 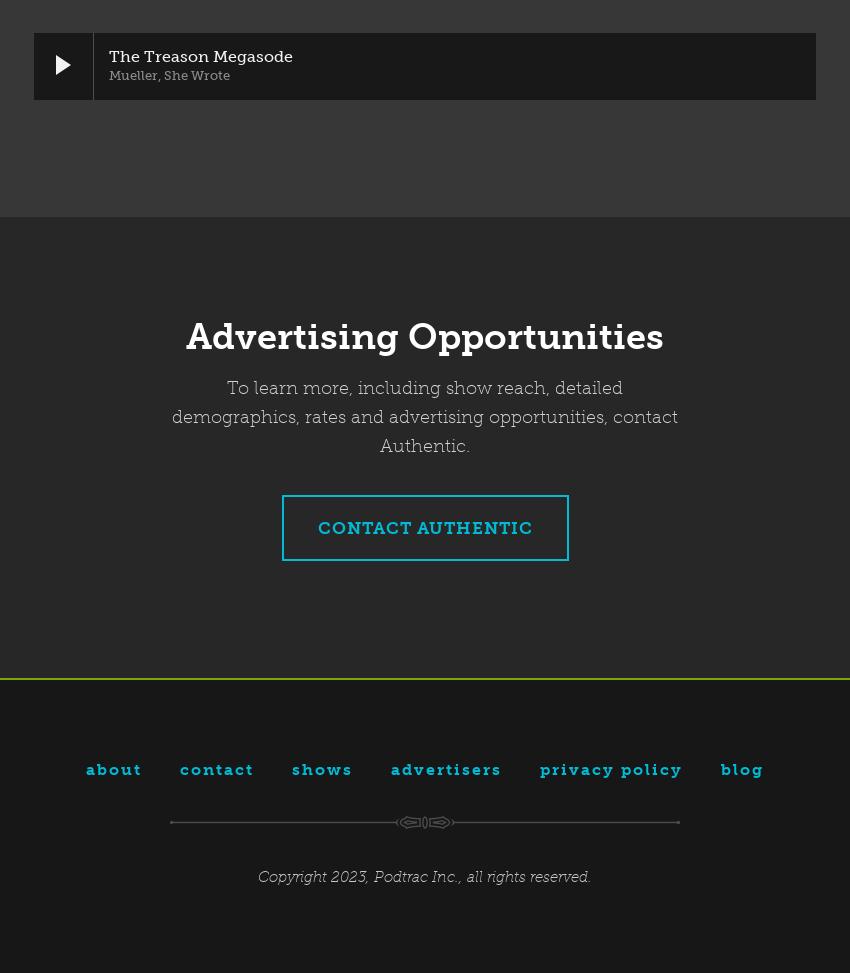 I want to click on 'Copyright 2023, Podtrac Inc., all rights reserved.', so click(x=425, y=875).